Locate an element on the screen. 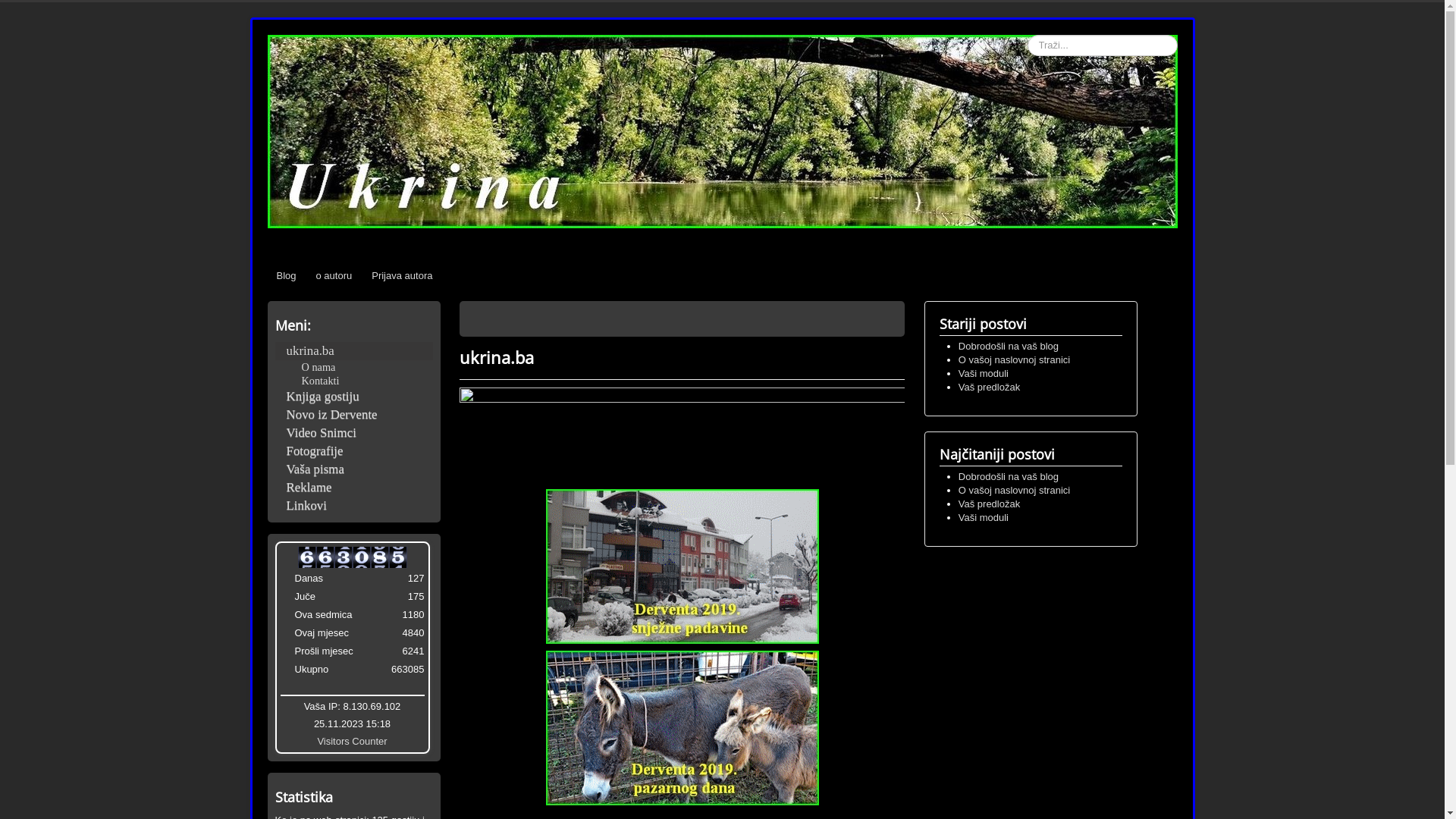 The image size is (1456, 819). '2023-11-25' is located at coordinates (286, 580).